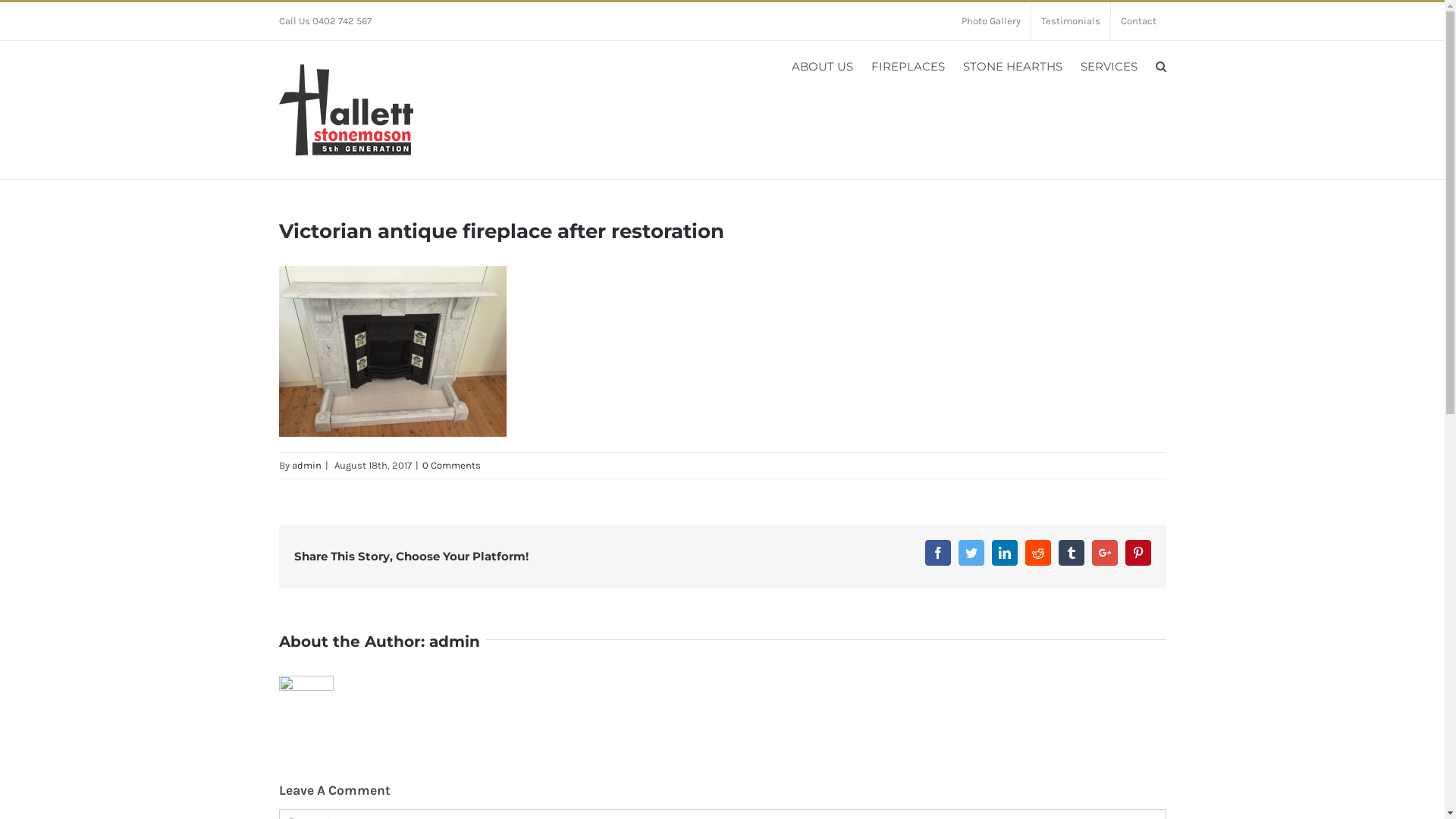  What do you see at coordinates (450, 464) in the screenshot?
I see `'0 Comments'` at bounding box center [450, 464].